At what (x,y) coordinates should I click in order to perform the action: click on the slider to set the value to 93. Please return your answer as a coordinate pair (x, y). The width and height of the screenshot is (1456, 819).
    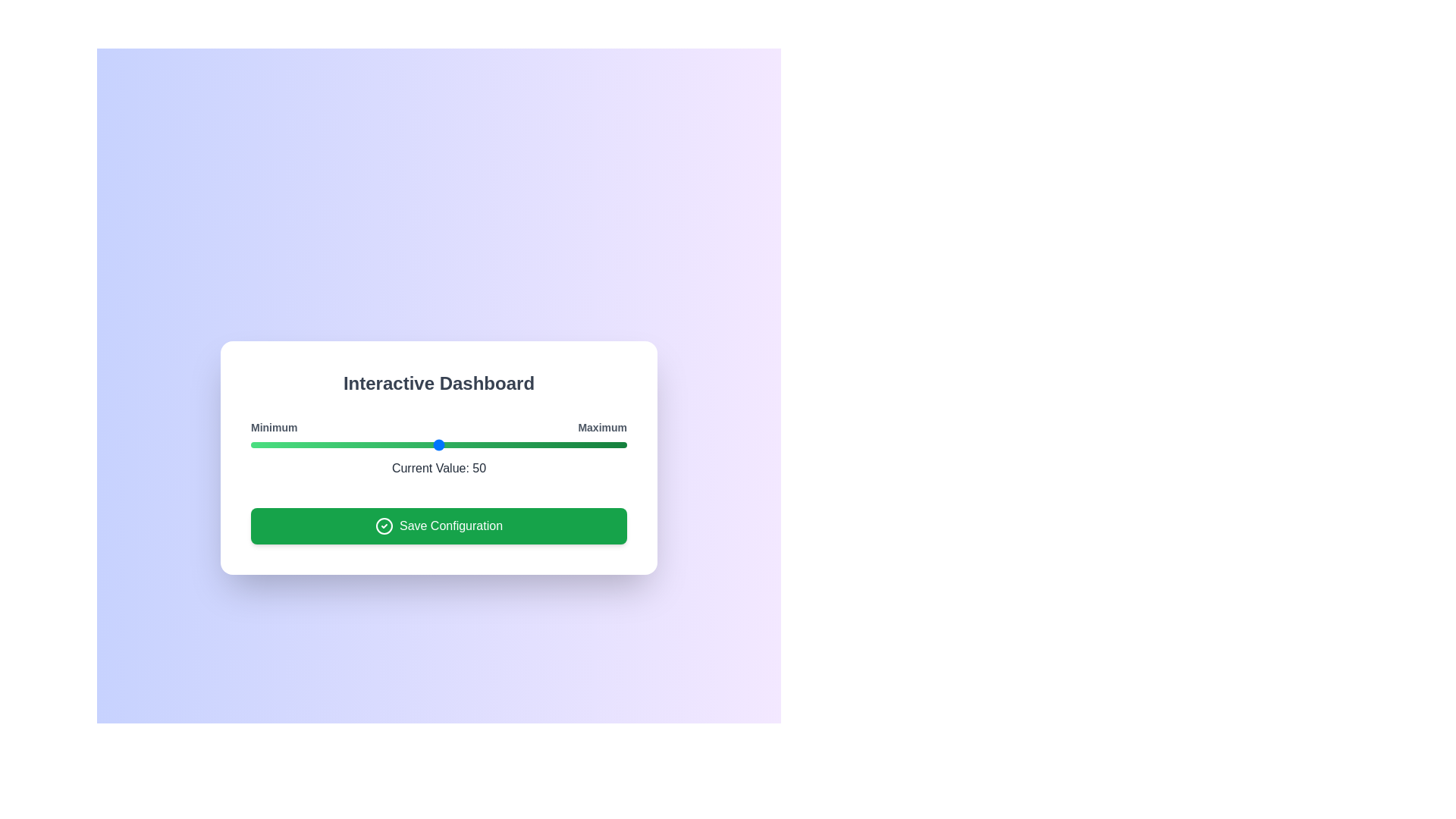
    Looking at the image, I should click on (600, 444).